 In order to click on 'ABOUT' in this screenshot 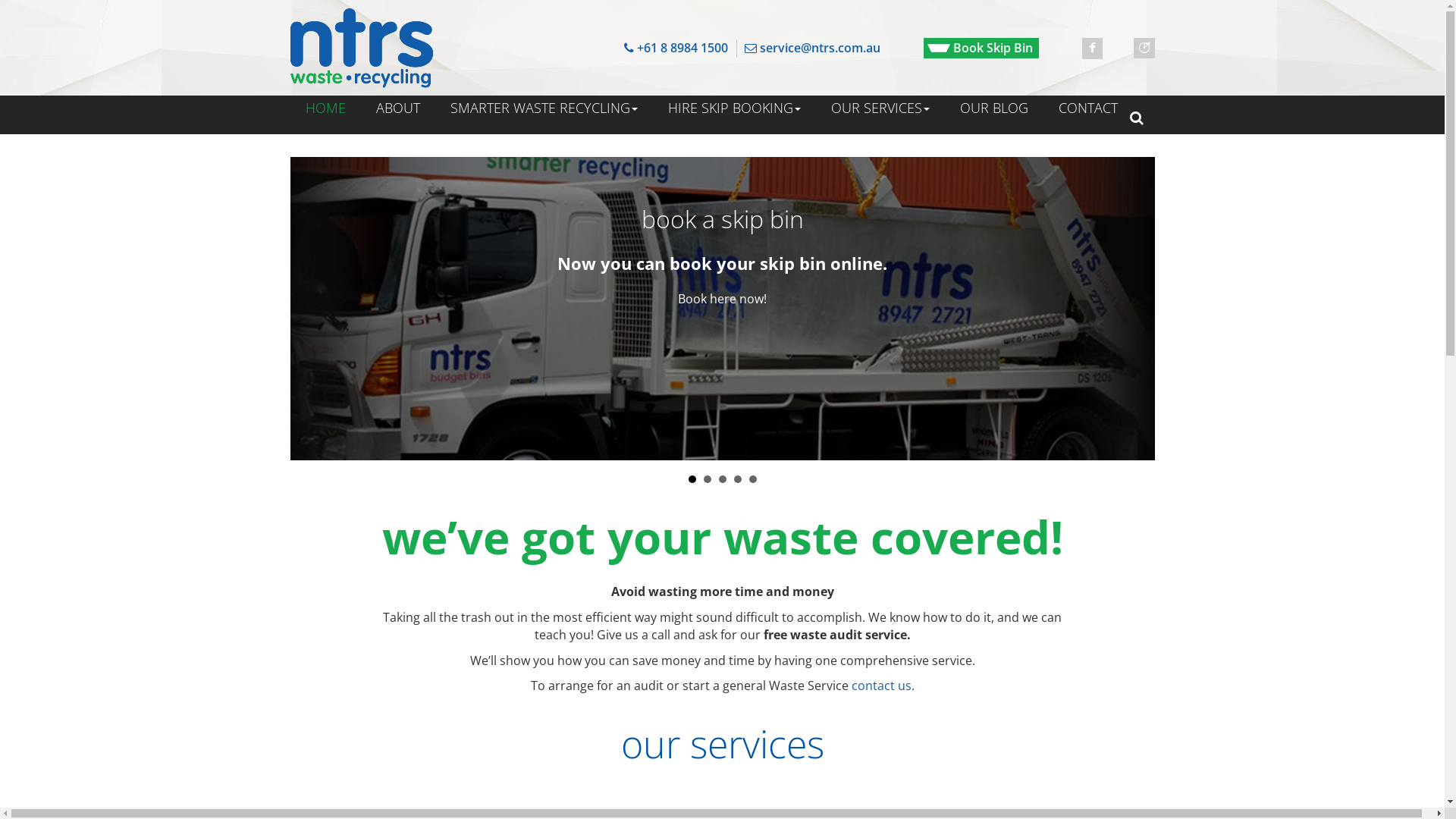, I will do `click(359, 107)`.